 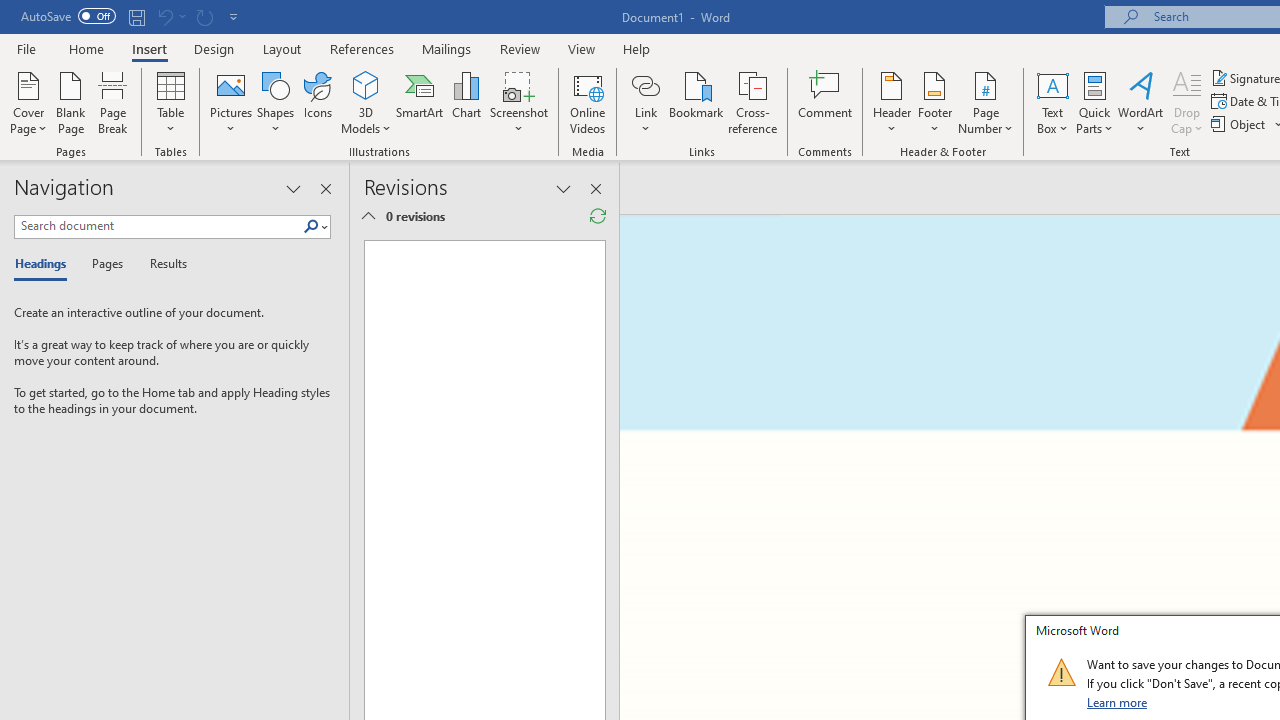 I want to click on 'Page Break', so click(x=112, y=103).